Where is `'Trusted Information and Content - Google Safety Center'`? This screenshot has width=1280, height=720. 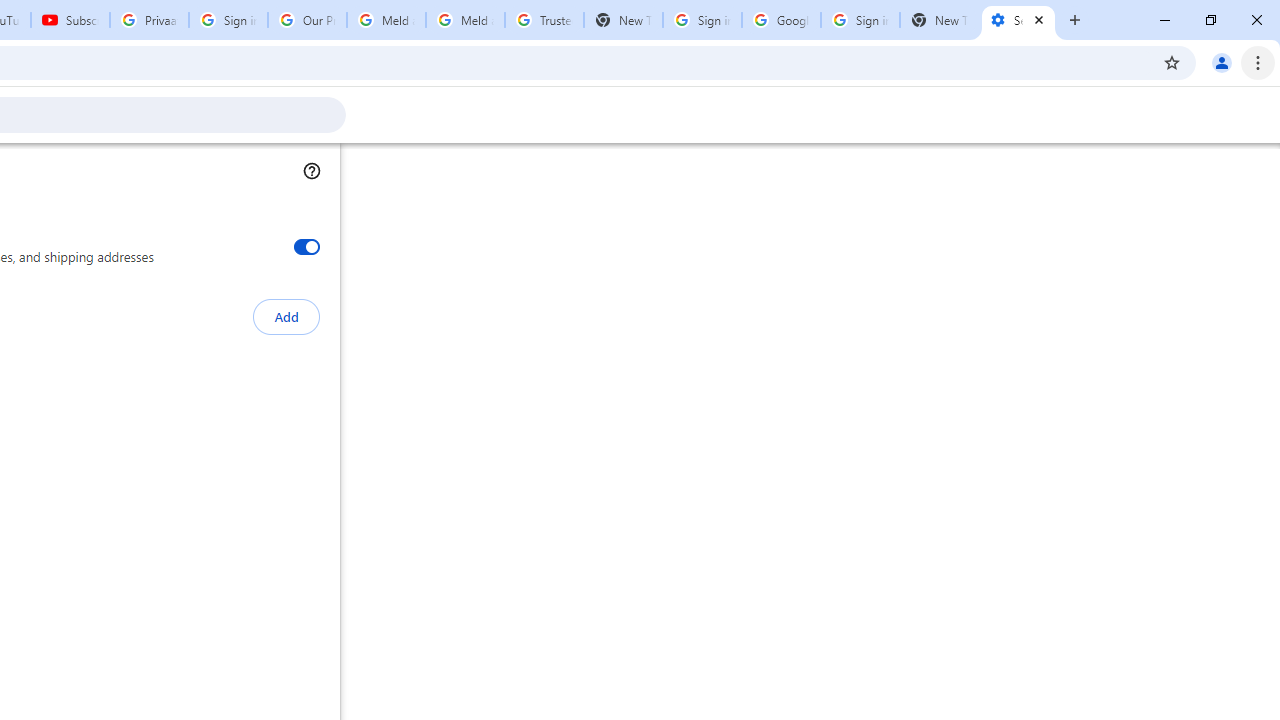
'Trusted Information and Content - Google Safety Center' is located at coordinates (544, 20).